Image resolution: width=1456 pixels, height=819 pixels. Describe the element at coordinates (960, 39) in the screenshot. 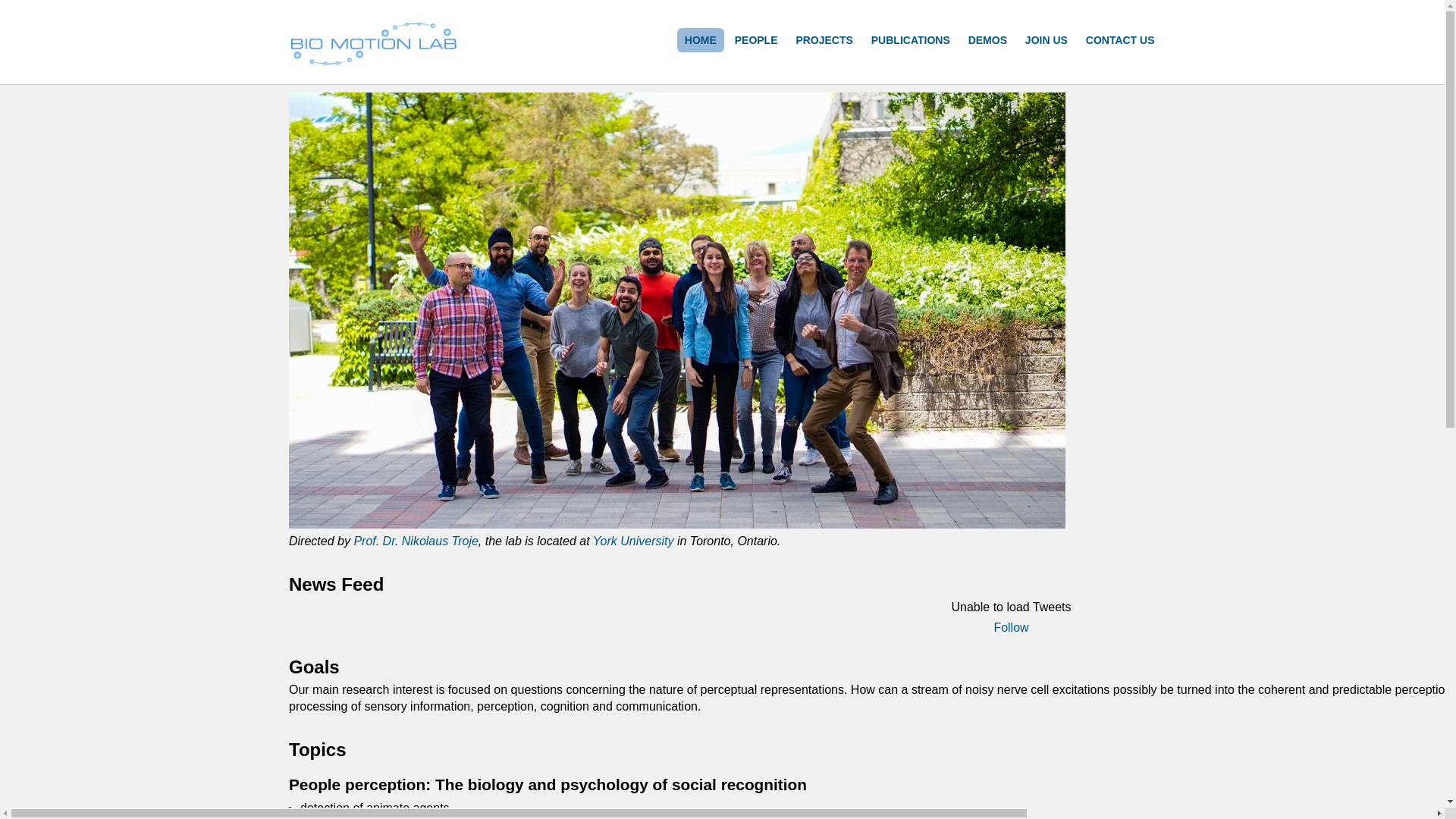

I see `'DEMOS'` at that location.